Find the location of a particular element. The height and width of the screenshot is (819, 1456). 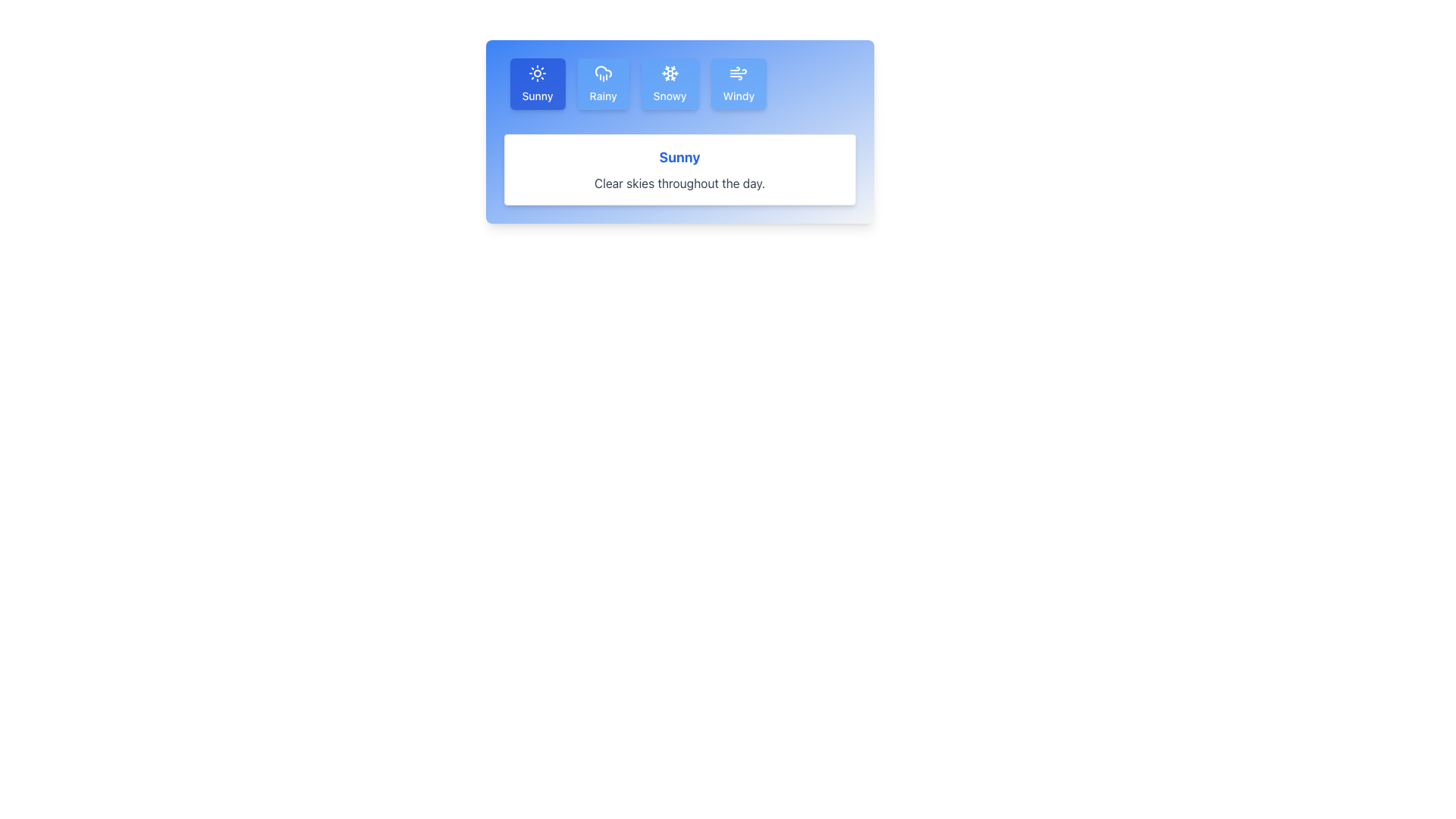

the weather informational card located at the top center of the layout, which displays sunny weather and clear skies, to access any contained elements is located at coordinates (679, 130).